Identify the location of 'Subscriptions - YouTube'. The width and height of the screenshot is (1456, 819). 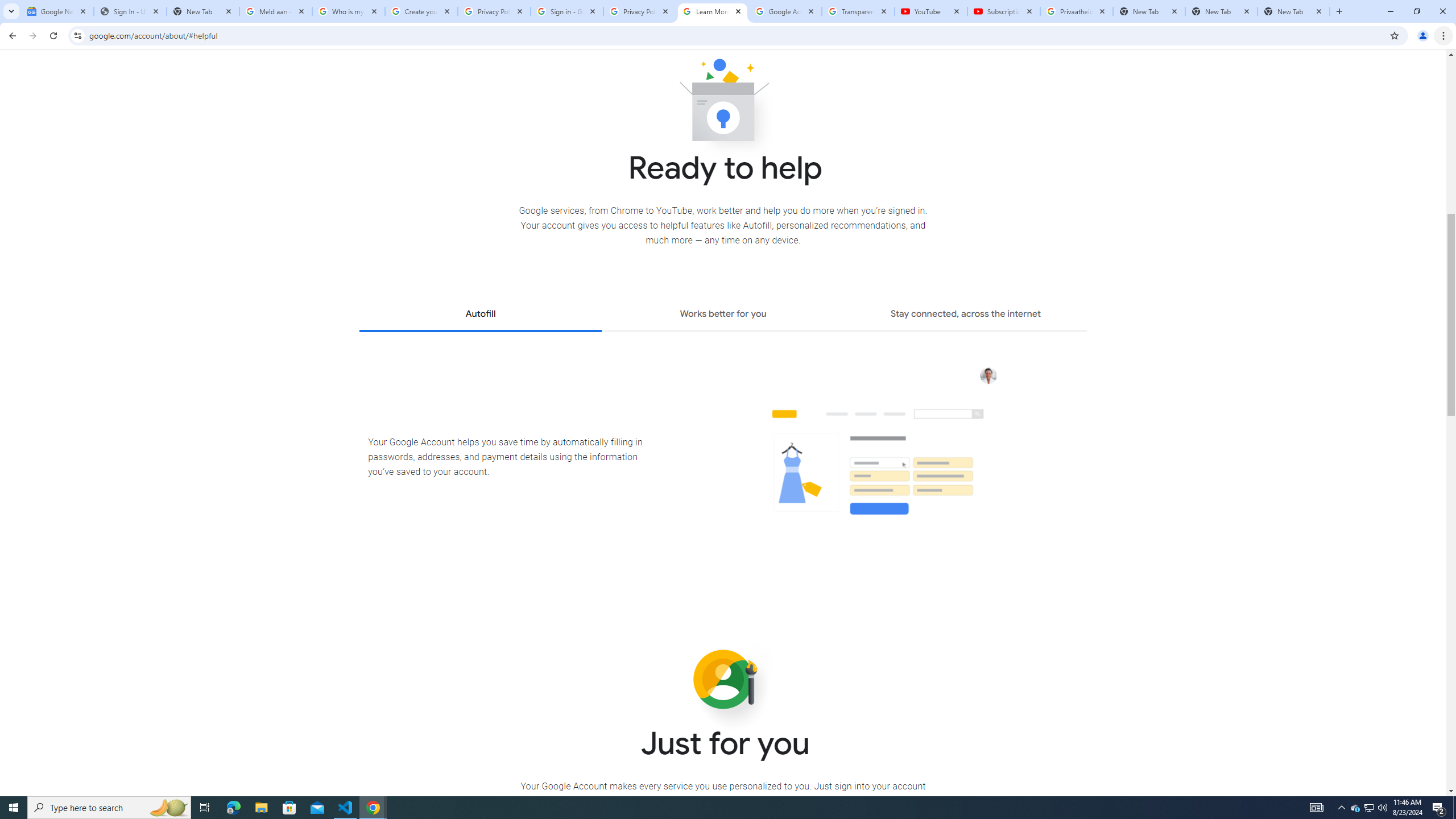
(1004, 11).